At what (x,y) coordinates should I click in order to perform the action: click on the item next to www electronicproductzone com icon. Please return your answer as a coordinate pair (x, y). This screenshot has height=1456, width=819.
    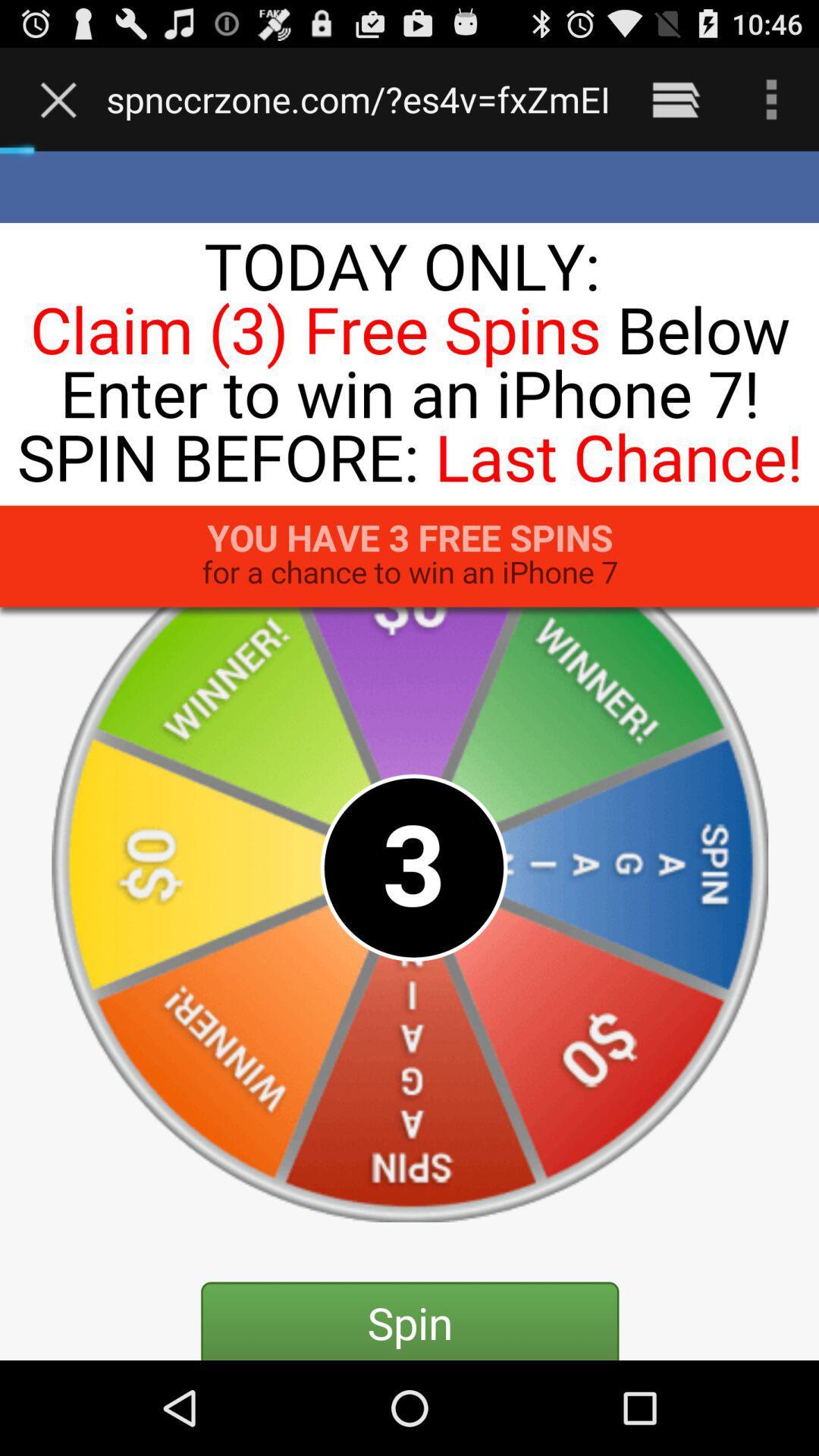
    Looking at the image, I should click on (61, 99).